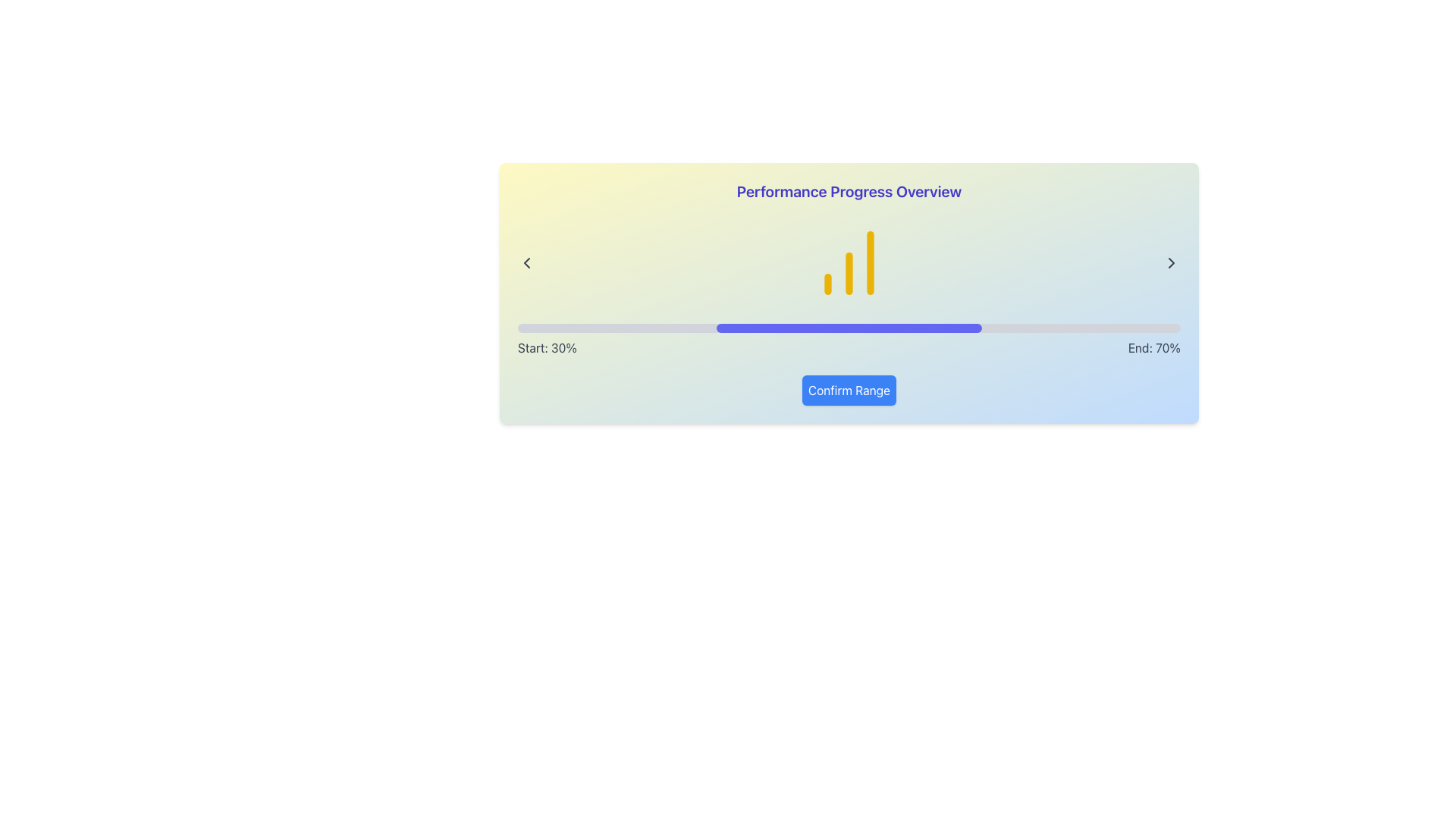 Image resolution: width=1456 pixels, height=819 pixels. Describe the element at coordinates (527, 262) in the screenshot. I see `the left-pointing chevron arrow icon` at that location.